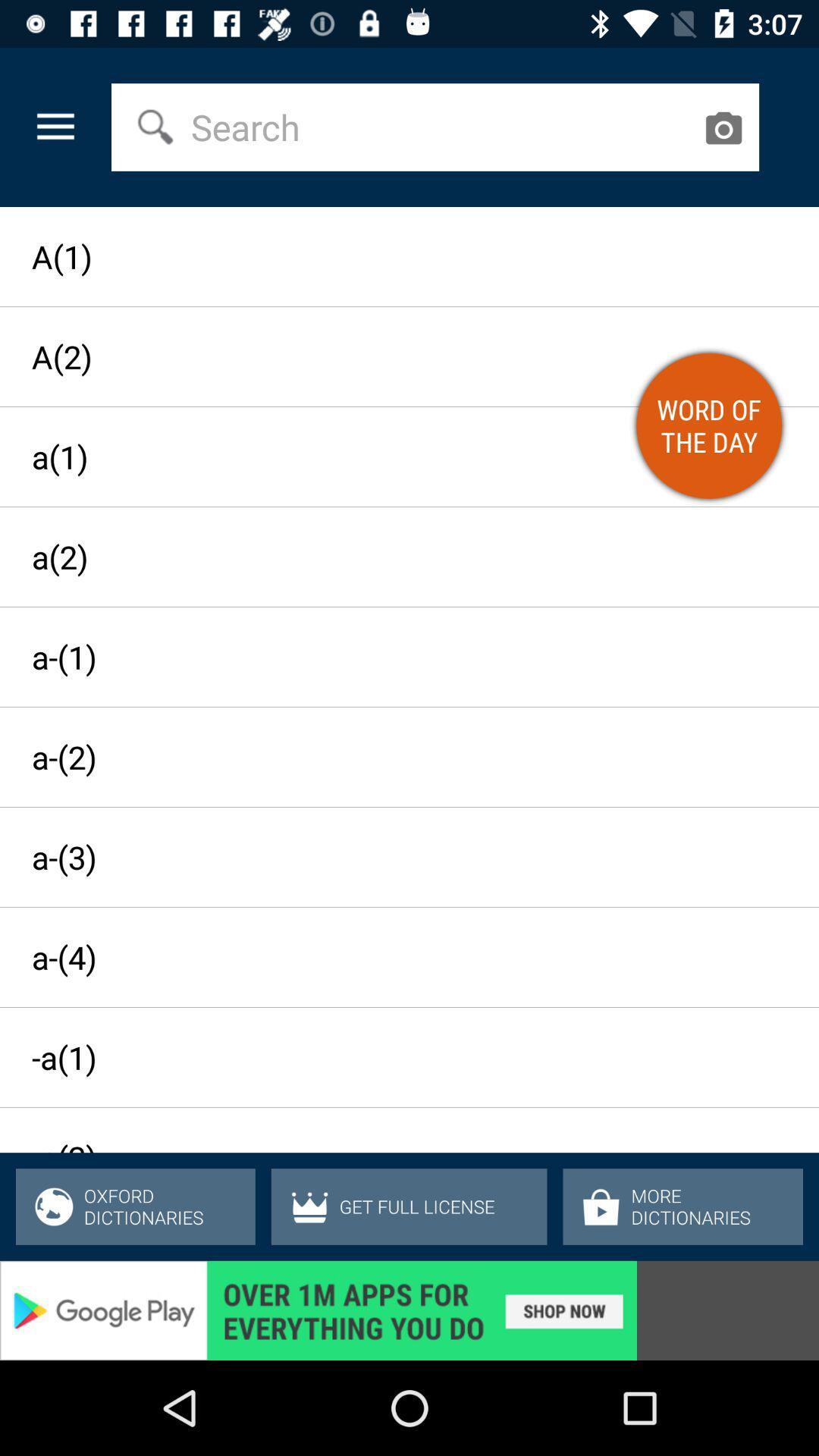  I want to click on orange color button on web page, so click(708, 425).